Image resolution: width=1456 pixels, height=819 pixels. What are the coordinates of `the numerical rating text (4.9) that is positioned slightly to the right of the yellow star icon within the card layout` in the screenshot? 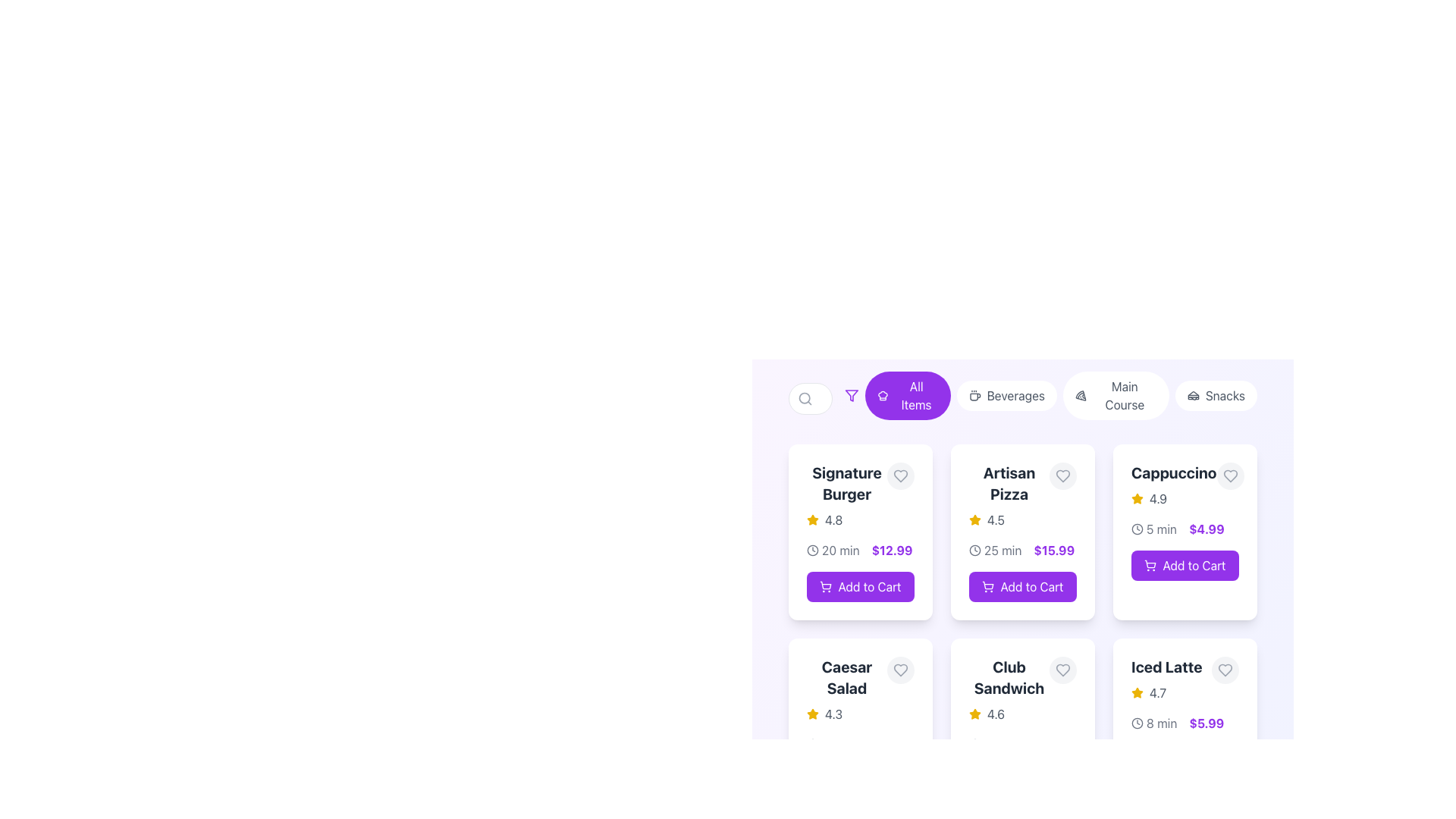 It's located at (1157, 499).